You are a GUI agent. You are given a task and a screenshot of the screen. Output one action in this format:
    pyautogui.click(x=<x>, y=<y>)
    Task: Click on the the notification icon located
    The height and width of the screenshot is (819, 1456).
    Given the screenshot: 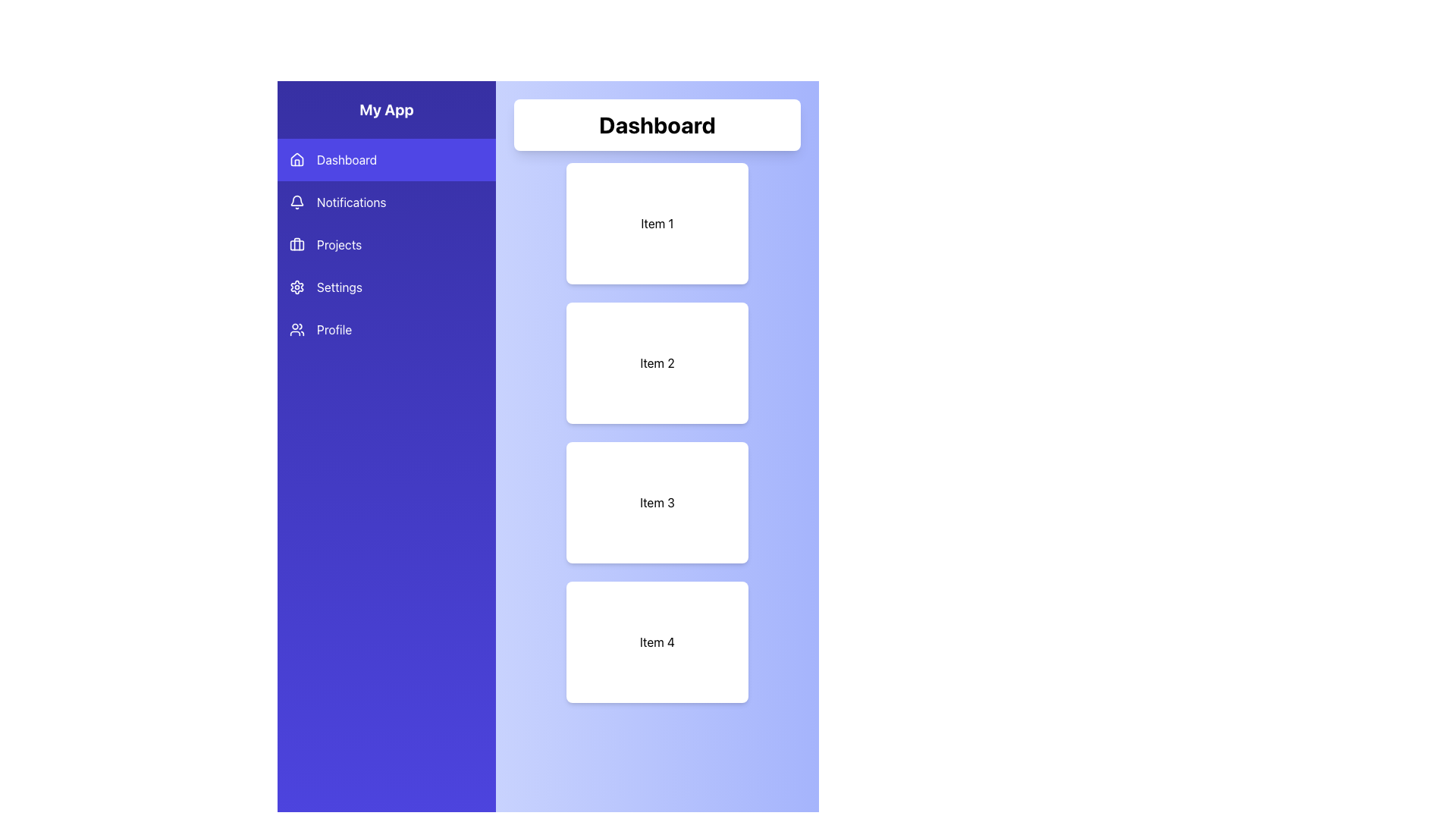 What is the action you would take?
    pyautogui.click(x=297, y=199)
    